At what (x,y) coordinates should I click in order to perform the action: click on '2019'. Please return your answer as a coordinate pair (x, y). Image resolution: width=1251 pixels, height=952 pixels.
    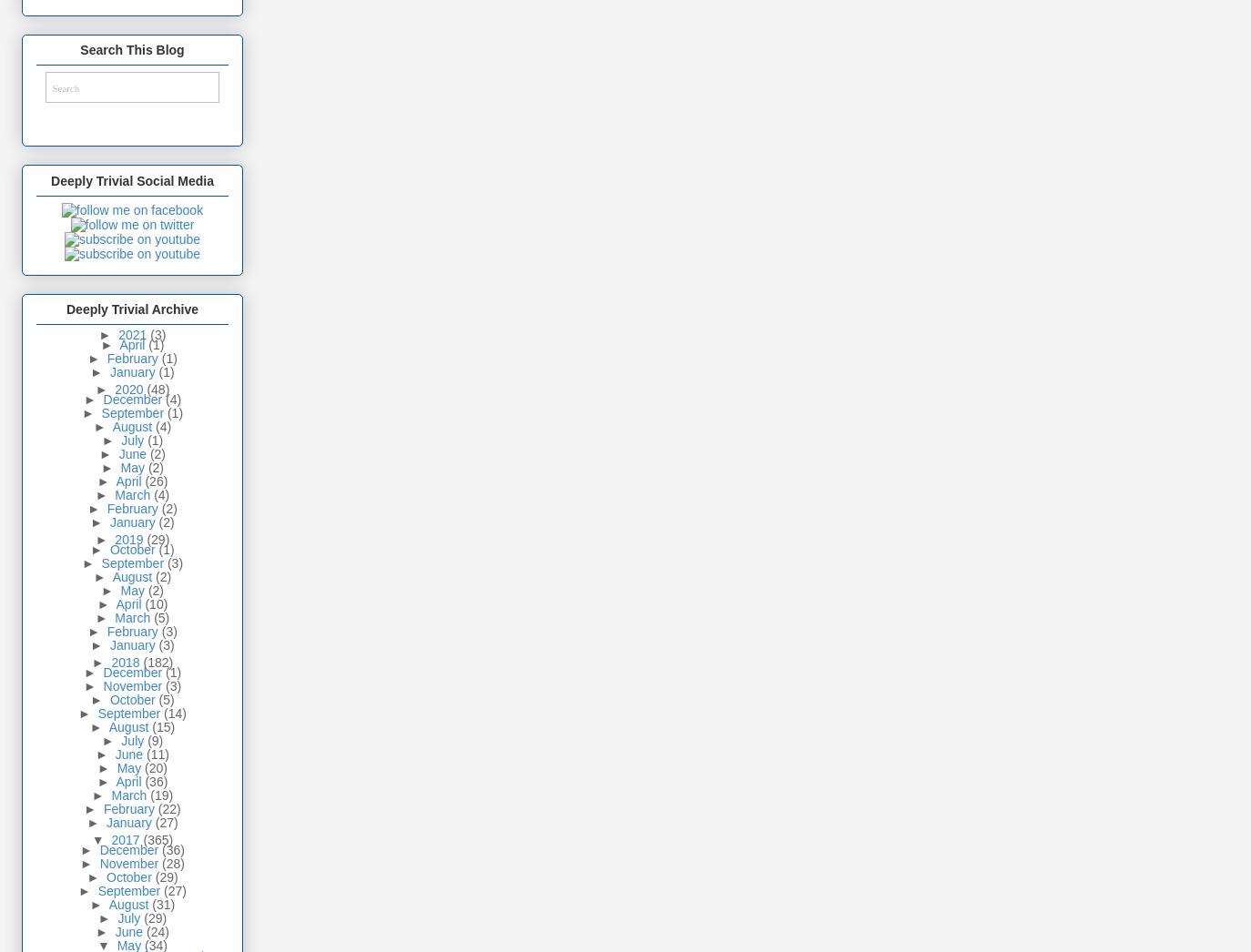
    Looking at the image, I should click on (129, 539).